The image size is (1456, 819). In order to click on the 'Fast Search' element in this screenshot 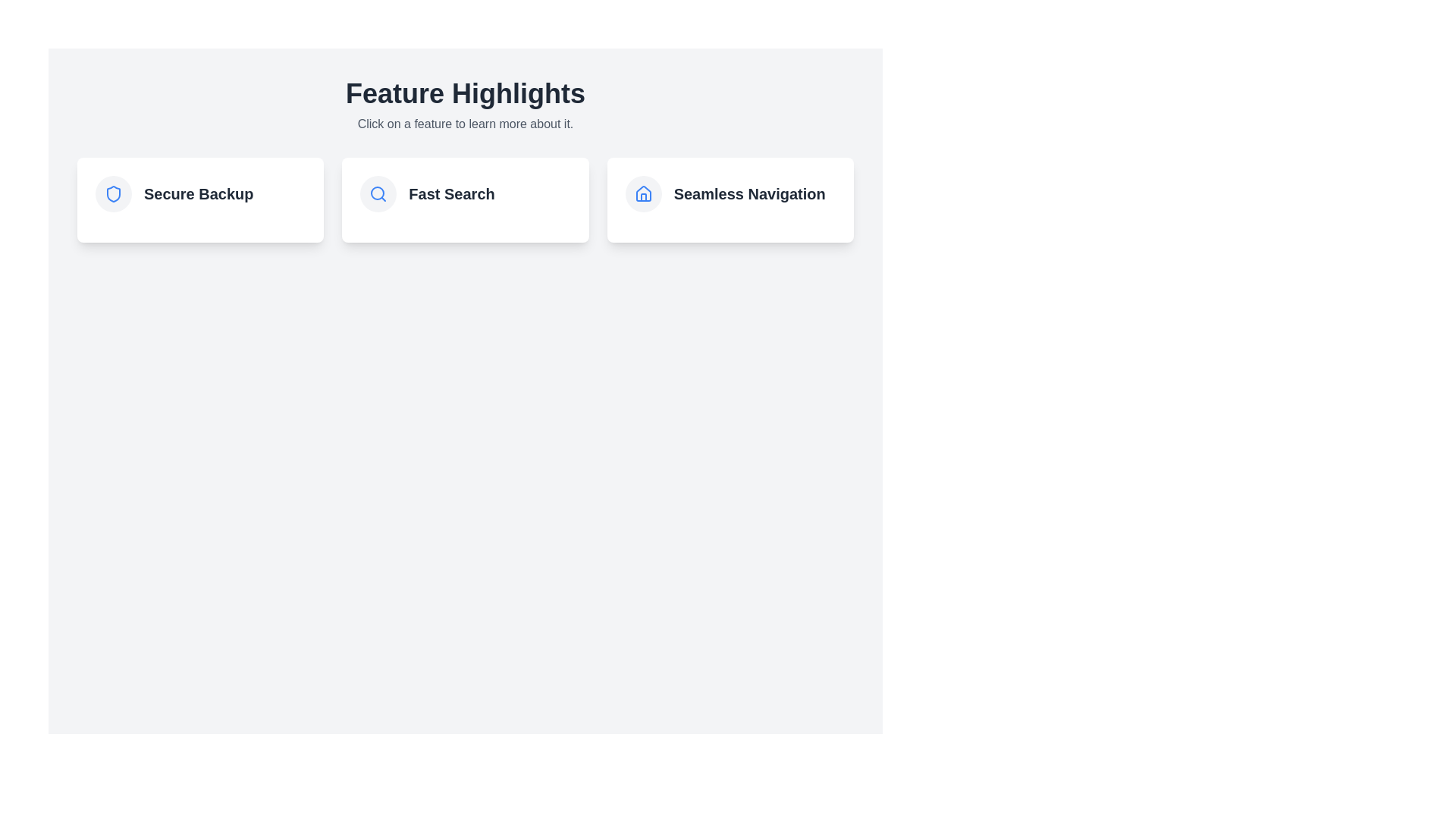, I will do `click(465, 193)`.